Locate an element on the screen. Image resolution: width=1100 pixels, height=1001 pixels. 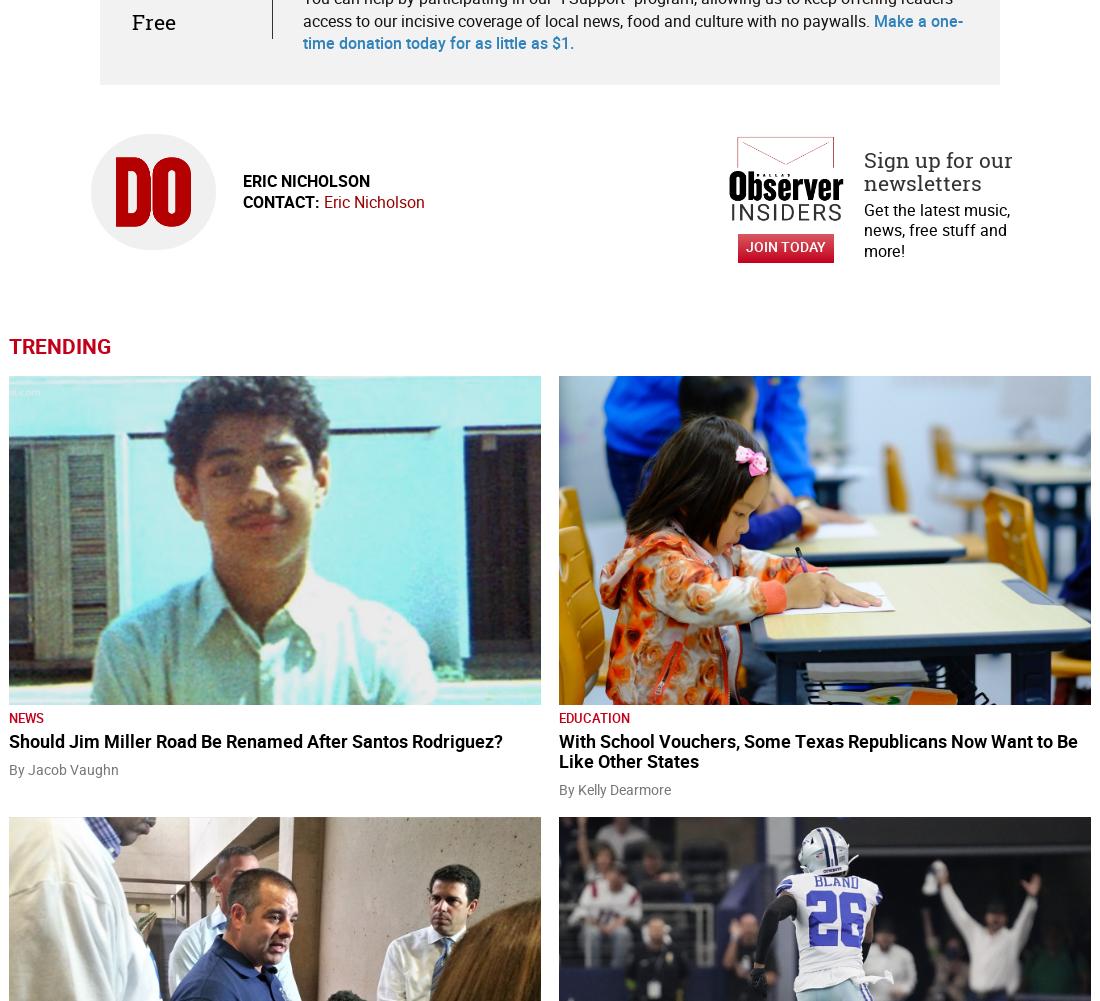
'Get the latest music, news, free stuff and more!' is located at coordinates (936, 229).